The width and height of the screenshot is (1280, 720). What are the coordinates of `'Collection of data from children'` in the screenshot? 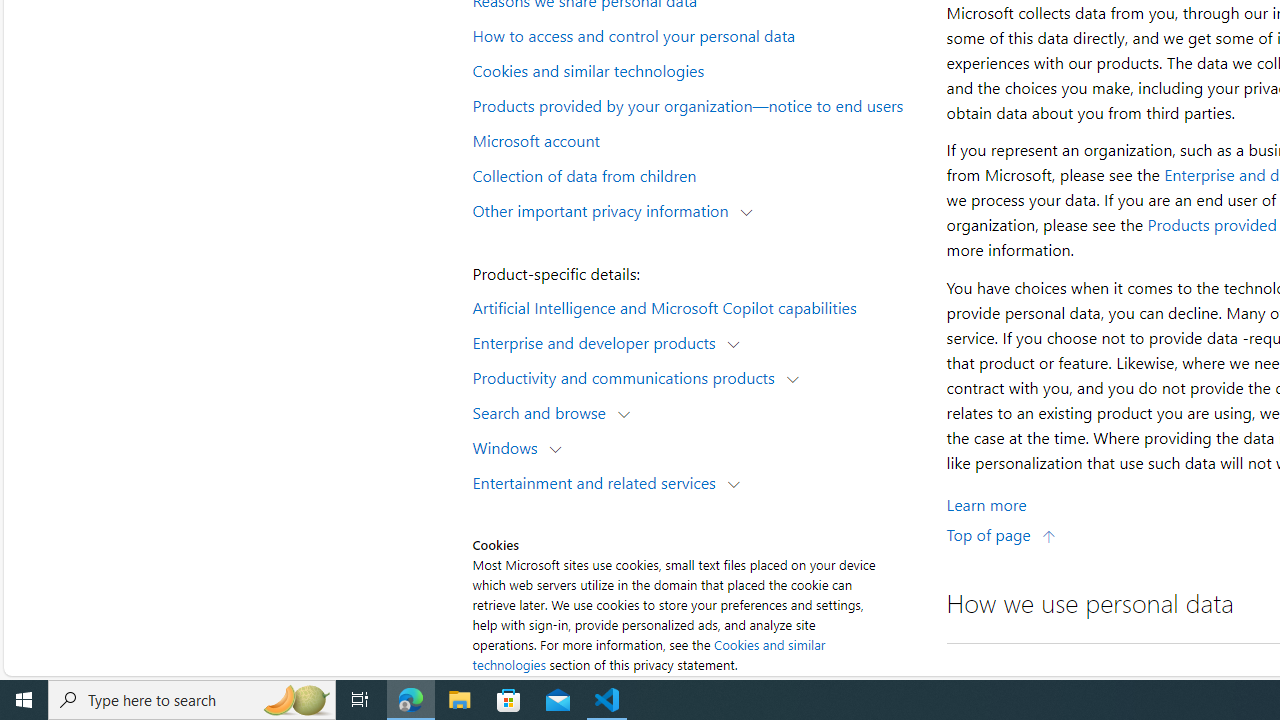 It's located at (696, 173).